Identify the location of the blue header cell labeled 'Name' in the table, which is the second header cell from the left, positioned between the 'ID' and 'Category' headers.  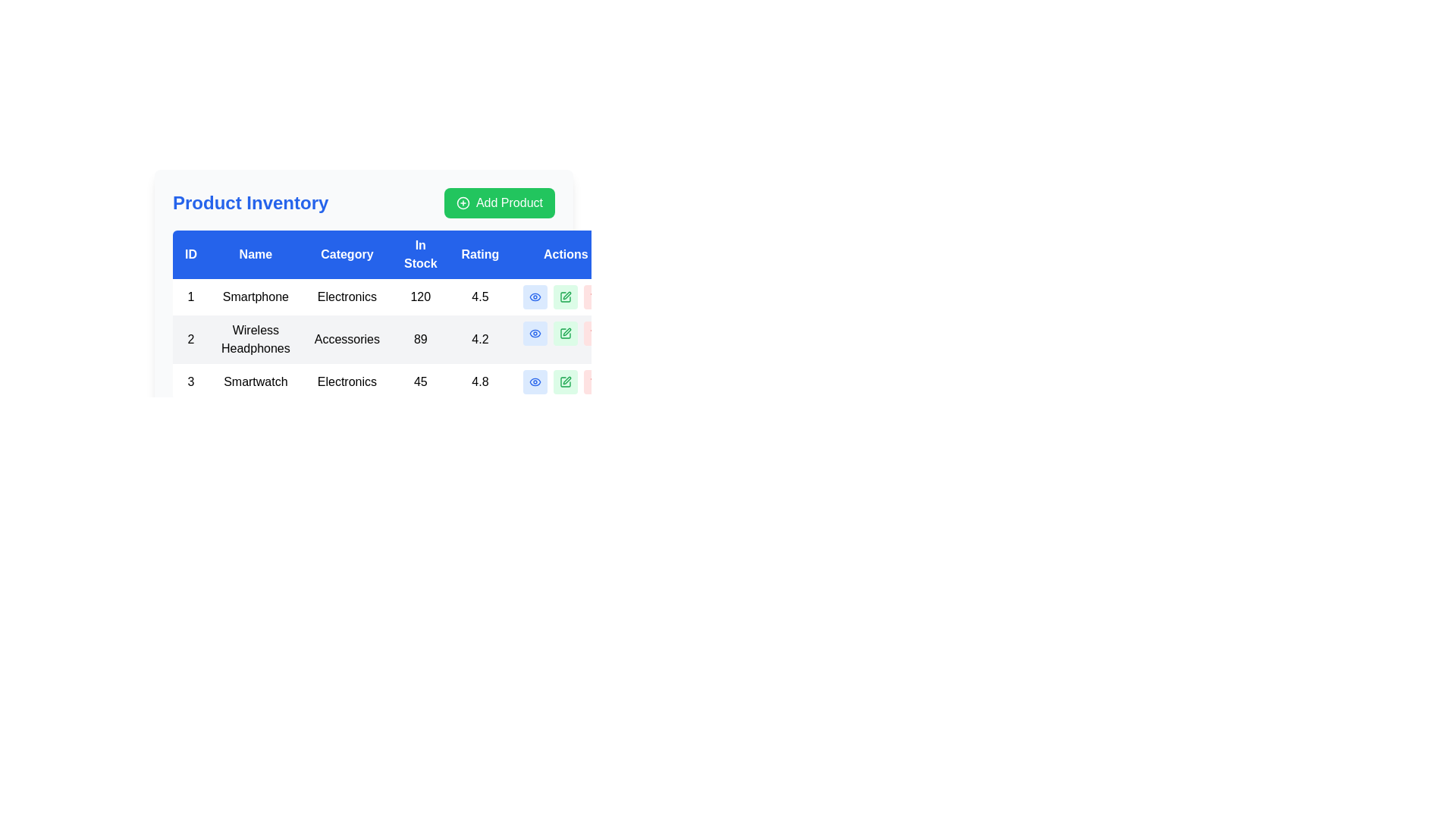
(256, 253).